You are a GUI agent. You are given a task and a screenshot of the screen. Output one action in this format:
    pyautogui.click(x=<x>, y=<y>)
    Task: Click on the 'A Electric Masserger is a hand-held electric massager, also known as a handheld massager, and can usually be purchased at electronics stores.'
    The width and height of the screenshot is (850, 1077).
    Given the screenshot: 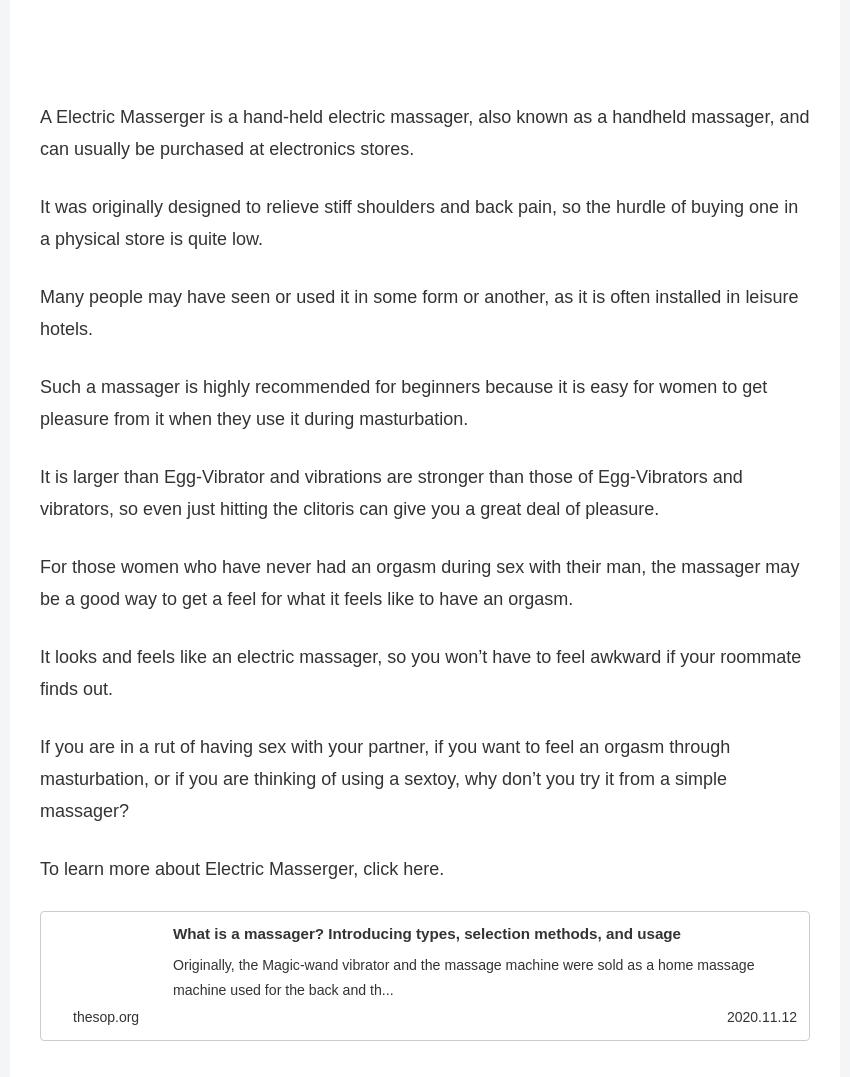 What is the action you would take?
    pyautogui.click(x=424, y=140)
    